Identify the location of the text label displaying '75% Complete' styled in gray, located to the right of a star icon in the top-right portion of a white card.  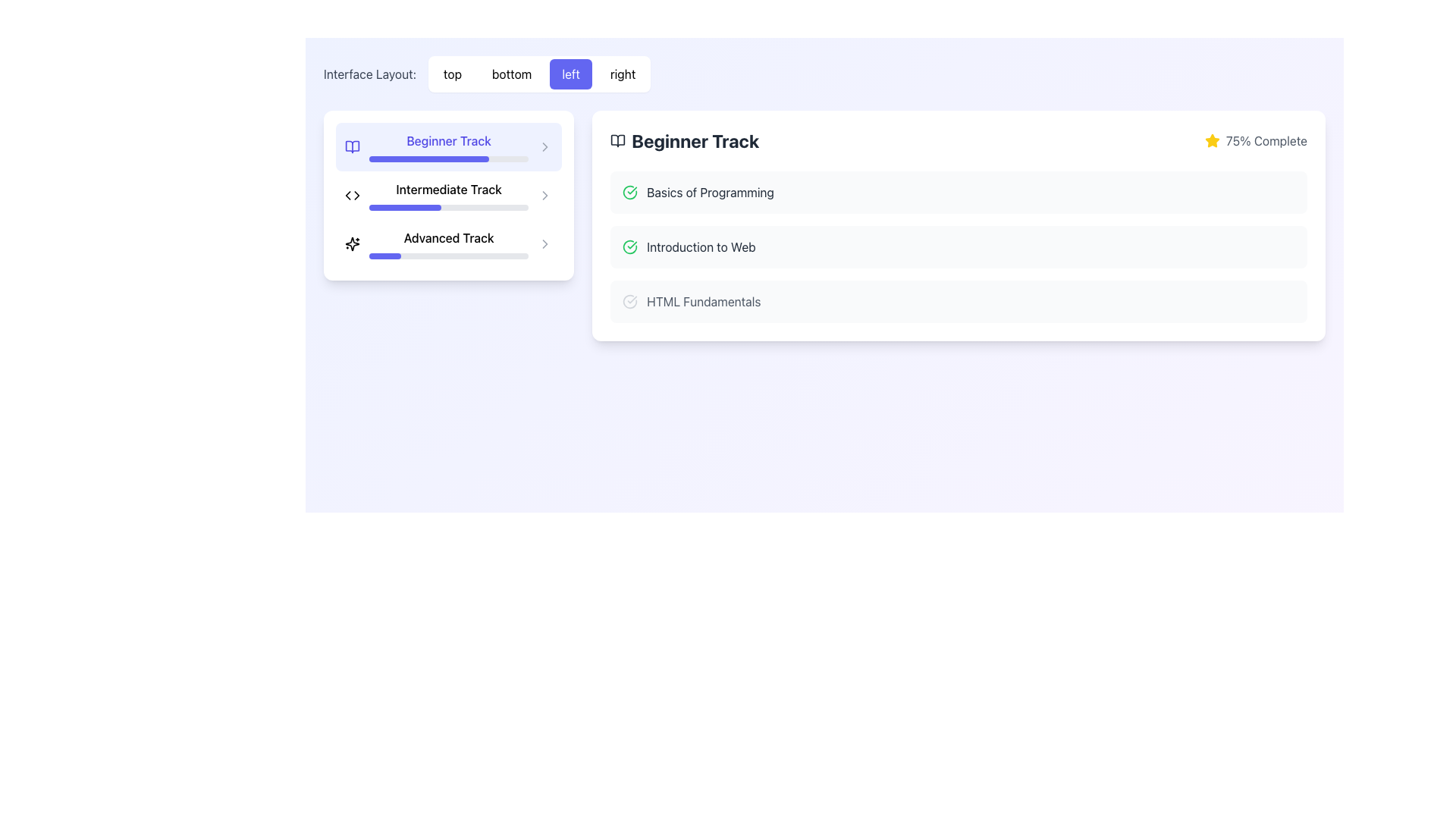
(1266, 140).